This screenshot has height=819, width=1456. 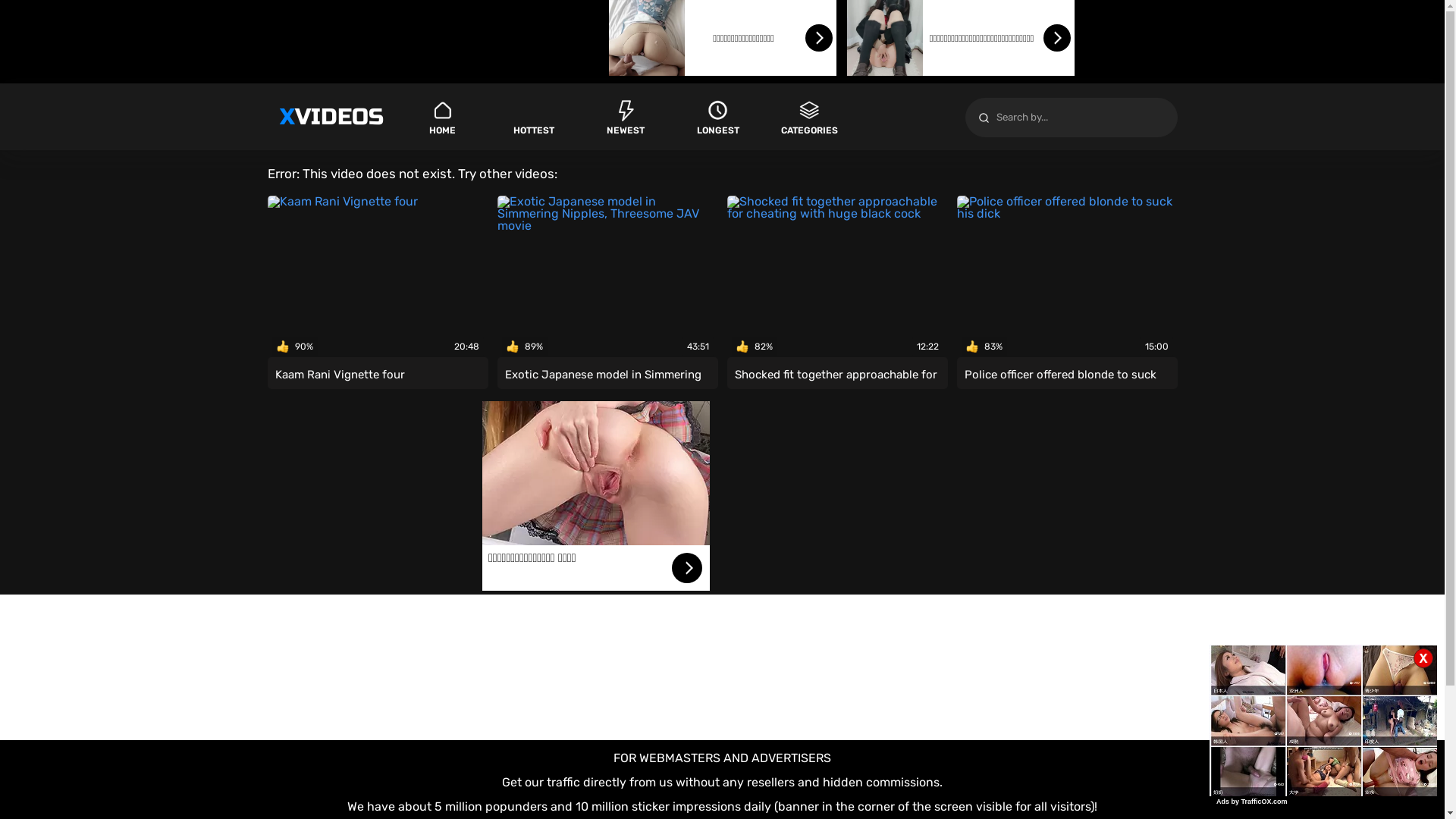 What do you see at coordinates (377, 278) in the screenshot?
I see `'90%` at bounding box center [377, 278].